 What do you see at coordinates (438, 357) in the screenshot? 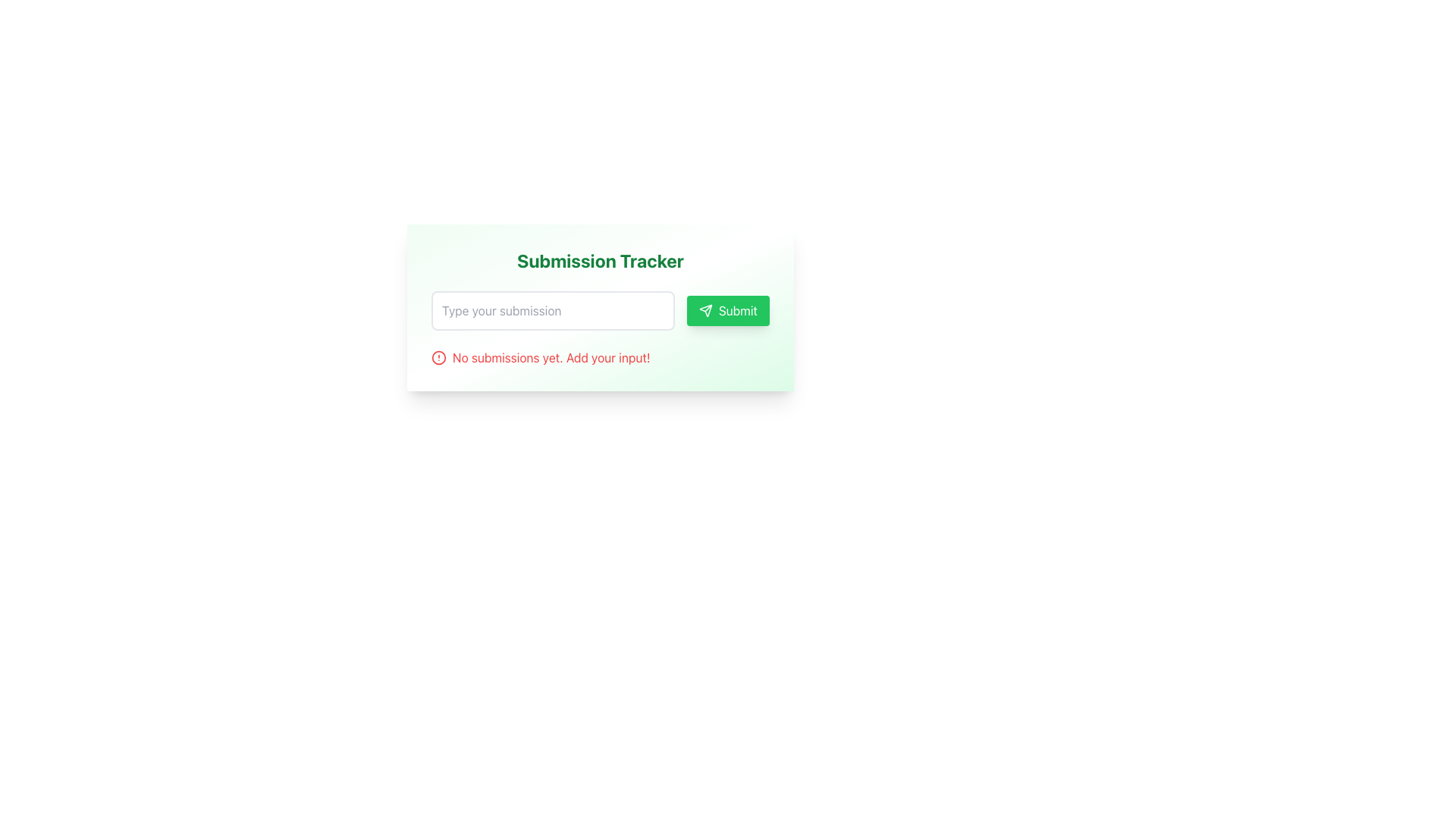
I see `the alert icon located to the left of the message 'No submissions yet. Add your input!' in the message panel` at bounding box center [438, 357].